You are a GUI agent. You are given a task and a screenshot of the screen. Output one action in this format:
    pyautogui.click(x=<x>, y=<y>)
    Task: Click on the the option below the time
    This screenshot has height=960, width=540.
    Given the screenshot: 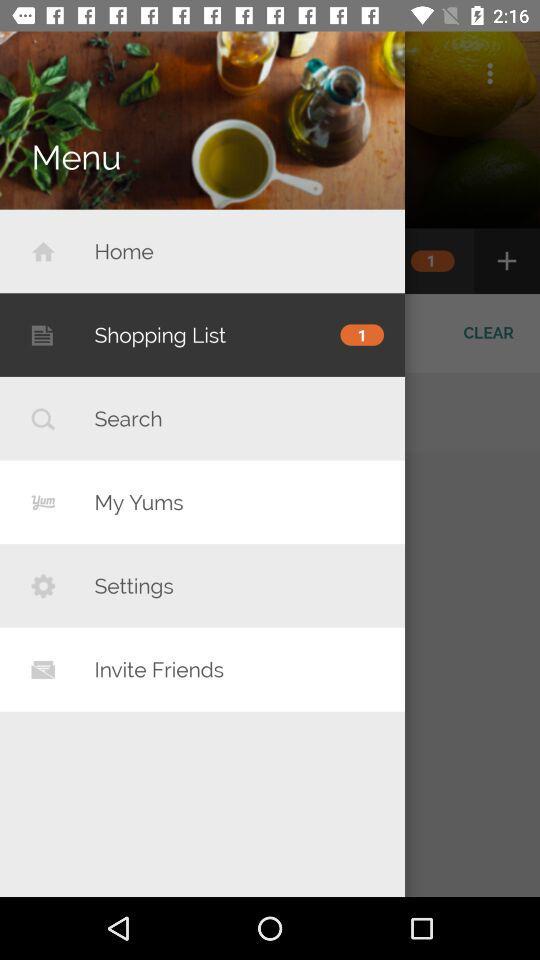 What is the action you would take?
    pyautogui.click(x=488, y=73)
    